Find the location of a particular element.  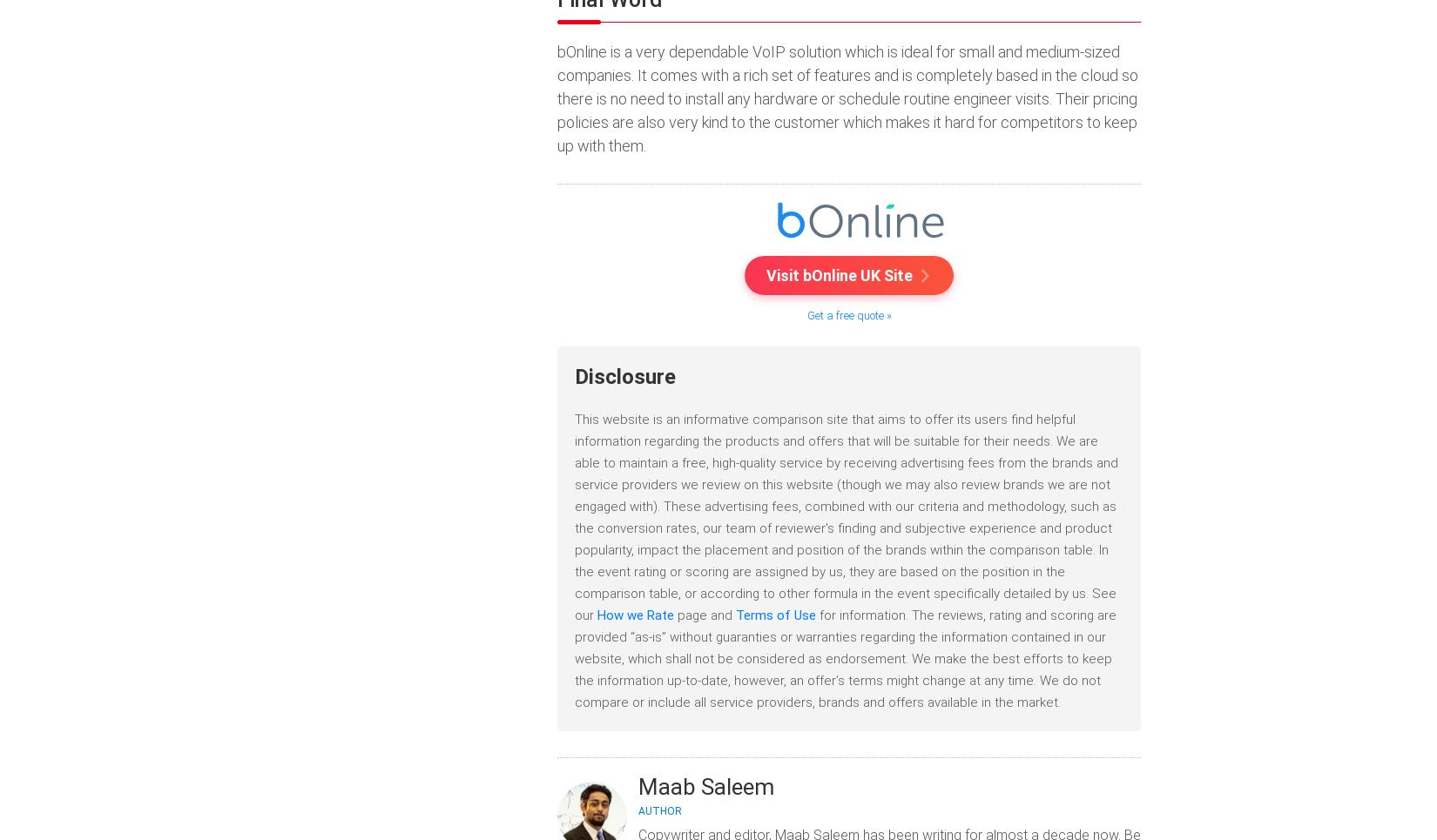

'This website is an informative comparison site that aims to offer its users find helpful information regarding the products and offers that will be suitable for their needs. We are able to maintain a free, high-quality service by receiving advertising fees from the brands and service providers we review on this website (though we may also review brands we are not engaged with). These advertising fees, combined with our criteria and methodology, such as the conversion rates, our team of reviewer's finding and subjective experience and product popularity, impact the placement and position of the brands within the comparison table. In the event rating or scoring are assigned by us, they are based on the position in the comparison table, or according to other formula in the event specifically detailed by us. See our' is located at coordinates (847, 516).